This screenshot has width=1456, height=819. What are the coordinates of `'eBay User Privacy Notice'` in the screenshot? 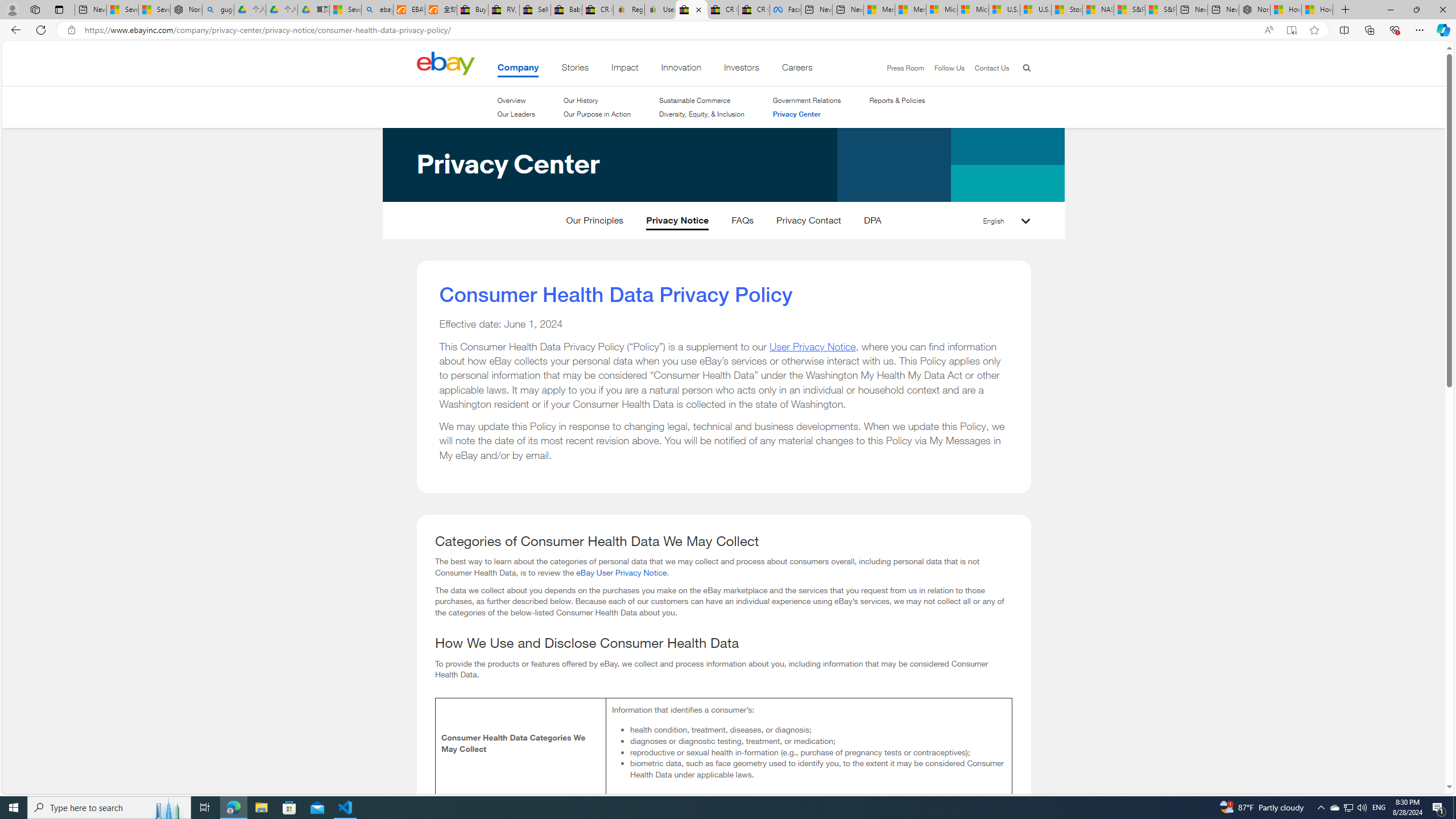 It's located at (621, 571).